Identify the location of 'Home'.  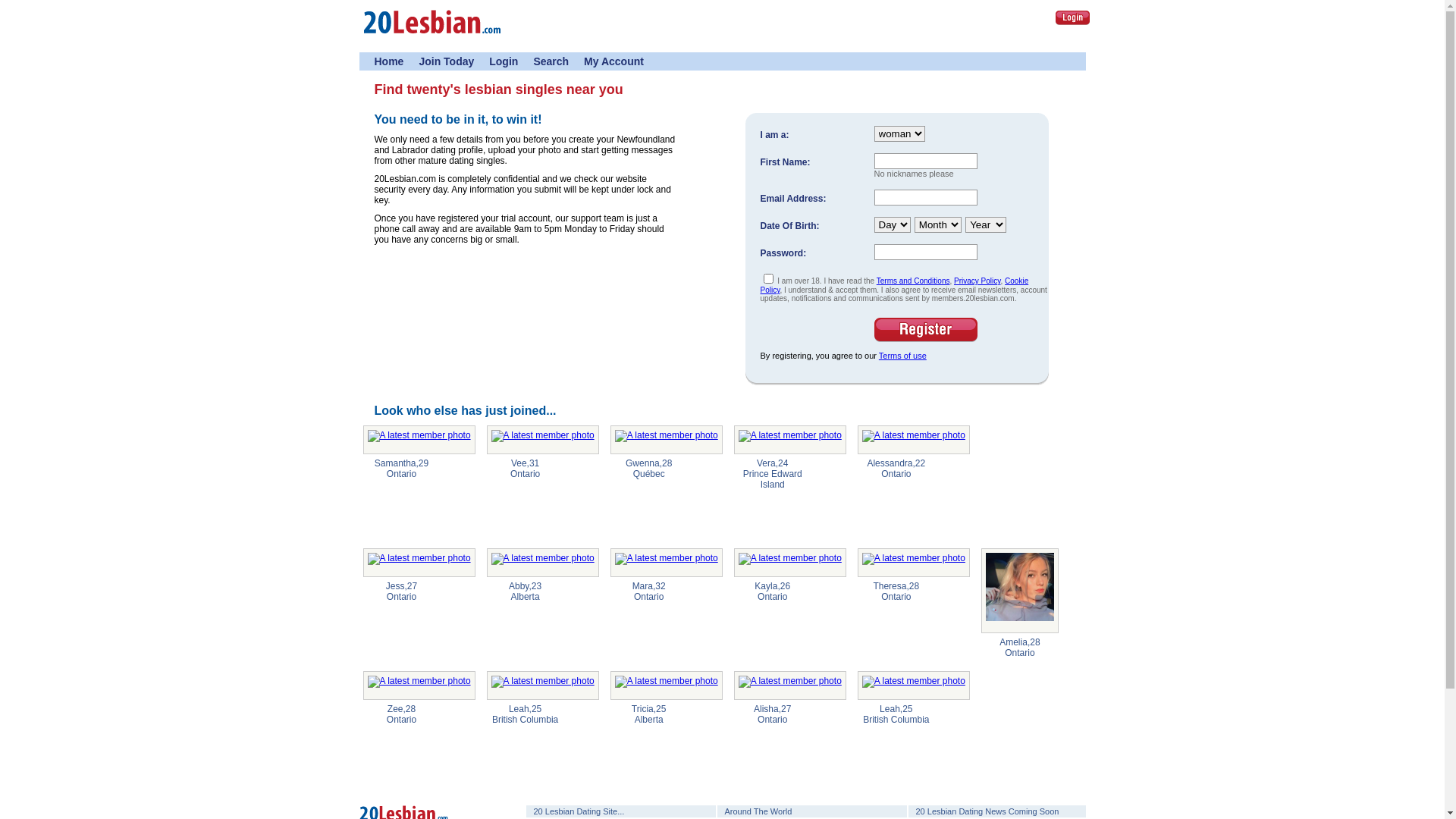
(375, 61).